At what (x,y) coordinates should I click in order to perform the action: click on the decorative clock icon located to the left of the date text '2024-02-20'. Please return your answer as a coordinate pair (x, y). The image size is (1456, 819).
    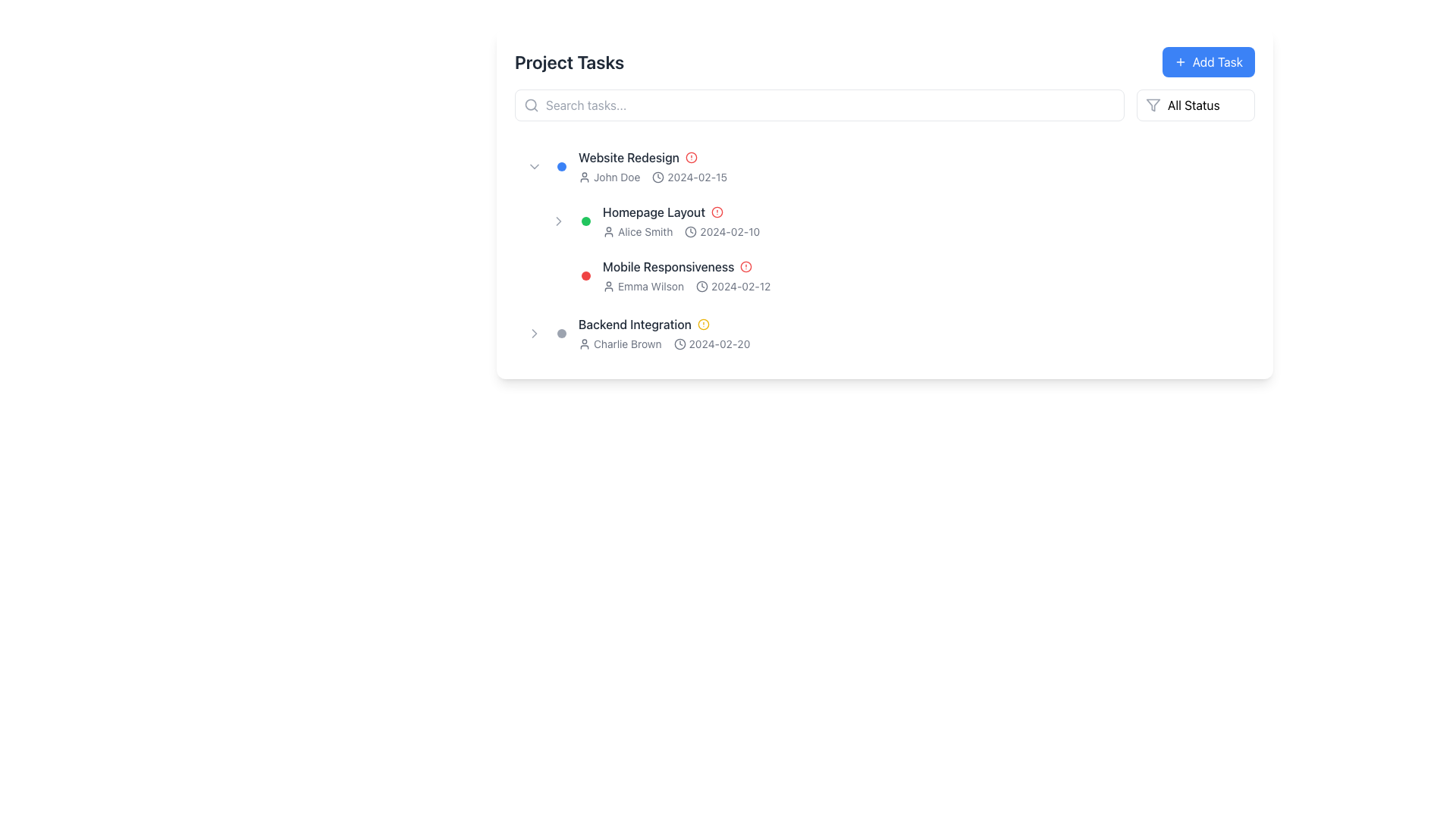
    Looking at the image, I should click on (679, 344).